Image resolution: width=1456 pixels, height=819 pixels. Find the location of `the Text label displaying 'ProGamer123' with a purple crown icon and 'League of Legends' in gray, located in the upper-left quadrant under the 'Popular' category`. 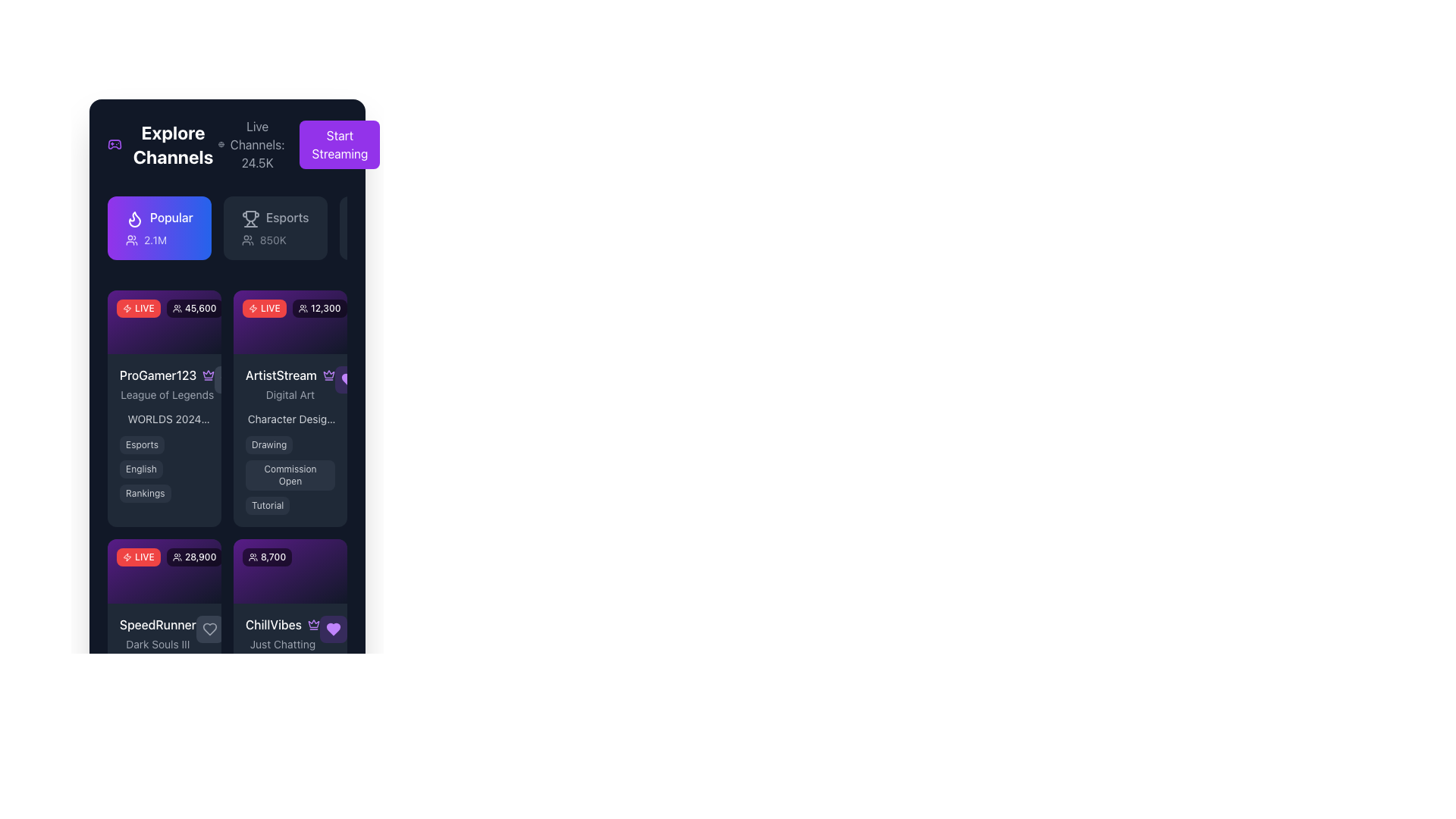

the Text label displaying 'ProGamer123' with a purple crown icon and 'League of Legends' in gray, located in the upper-left quadrant under the 'Popular' category is located at coordinates (167, 384).